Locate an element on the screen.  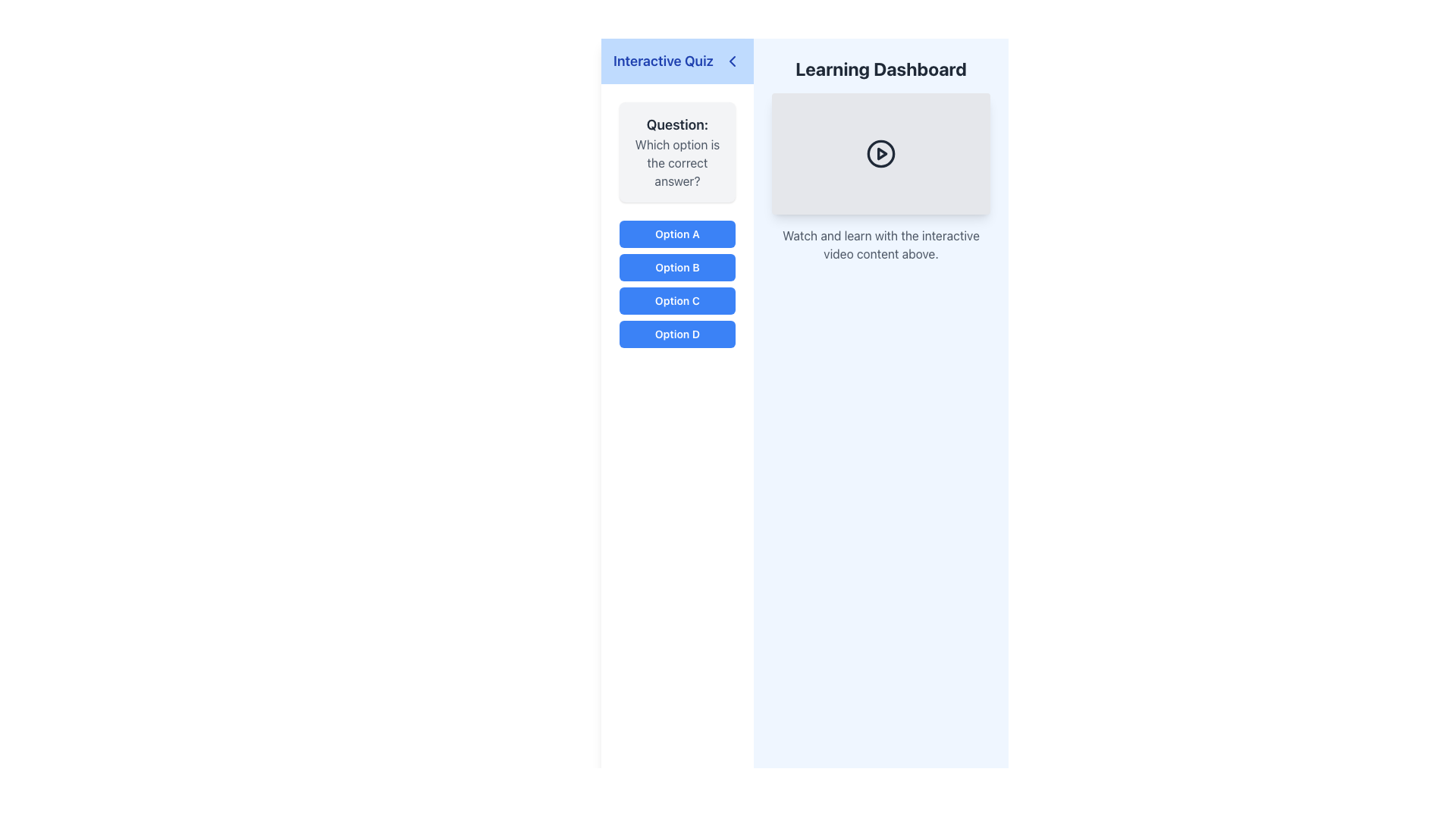
the Header bar titled 'Interactive Quiz' with a blue background is located at coordinates (676, 61).